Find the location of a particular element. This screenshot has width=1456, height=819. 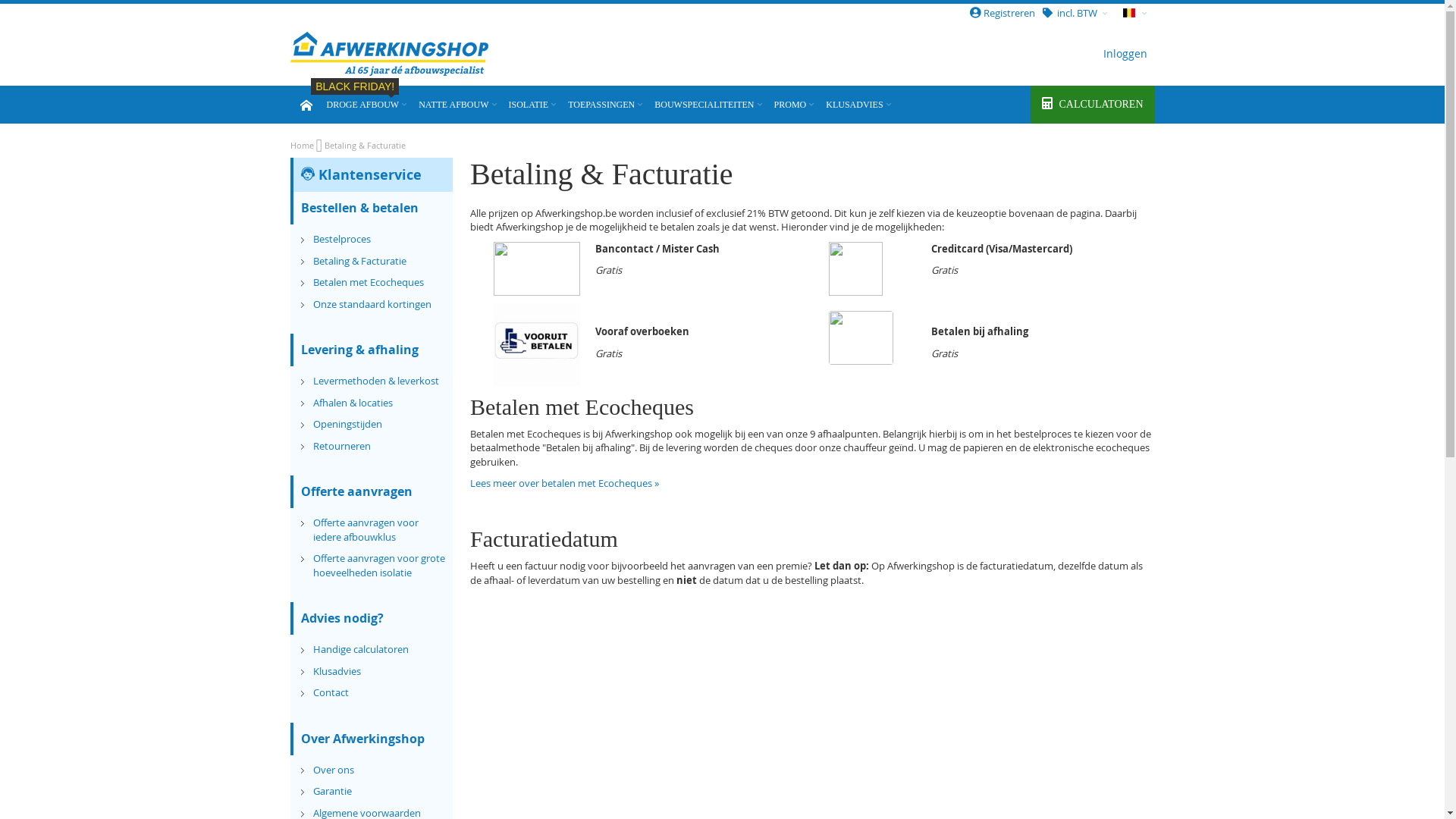

'Klantenservice' is located at coordinates (359, 174).